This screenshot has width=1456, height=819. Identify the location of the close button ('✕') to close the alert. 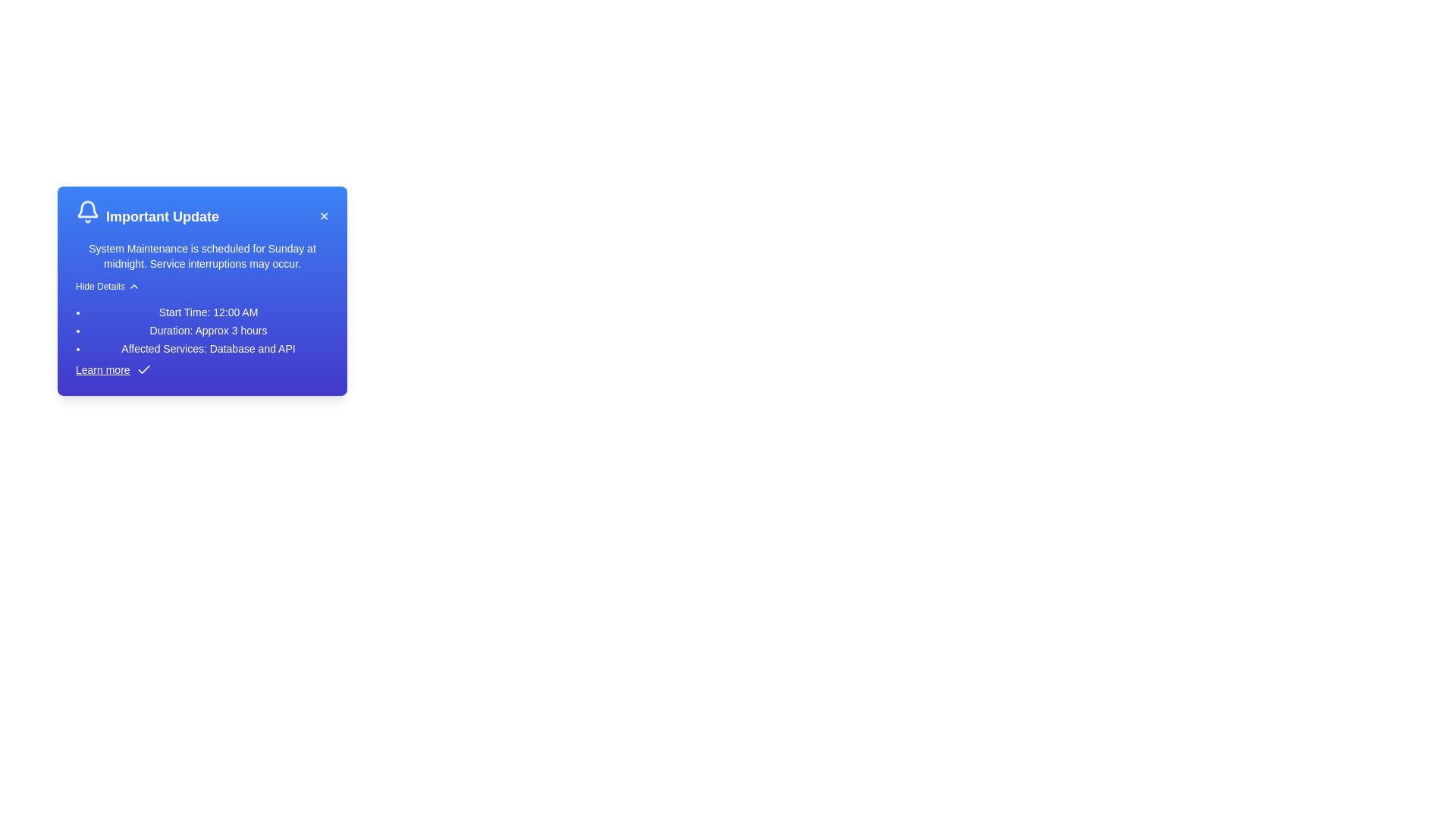
(323, 216).